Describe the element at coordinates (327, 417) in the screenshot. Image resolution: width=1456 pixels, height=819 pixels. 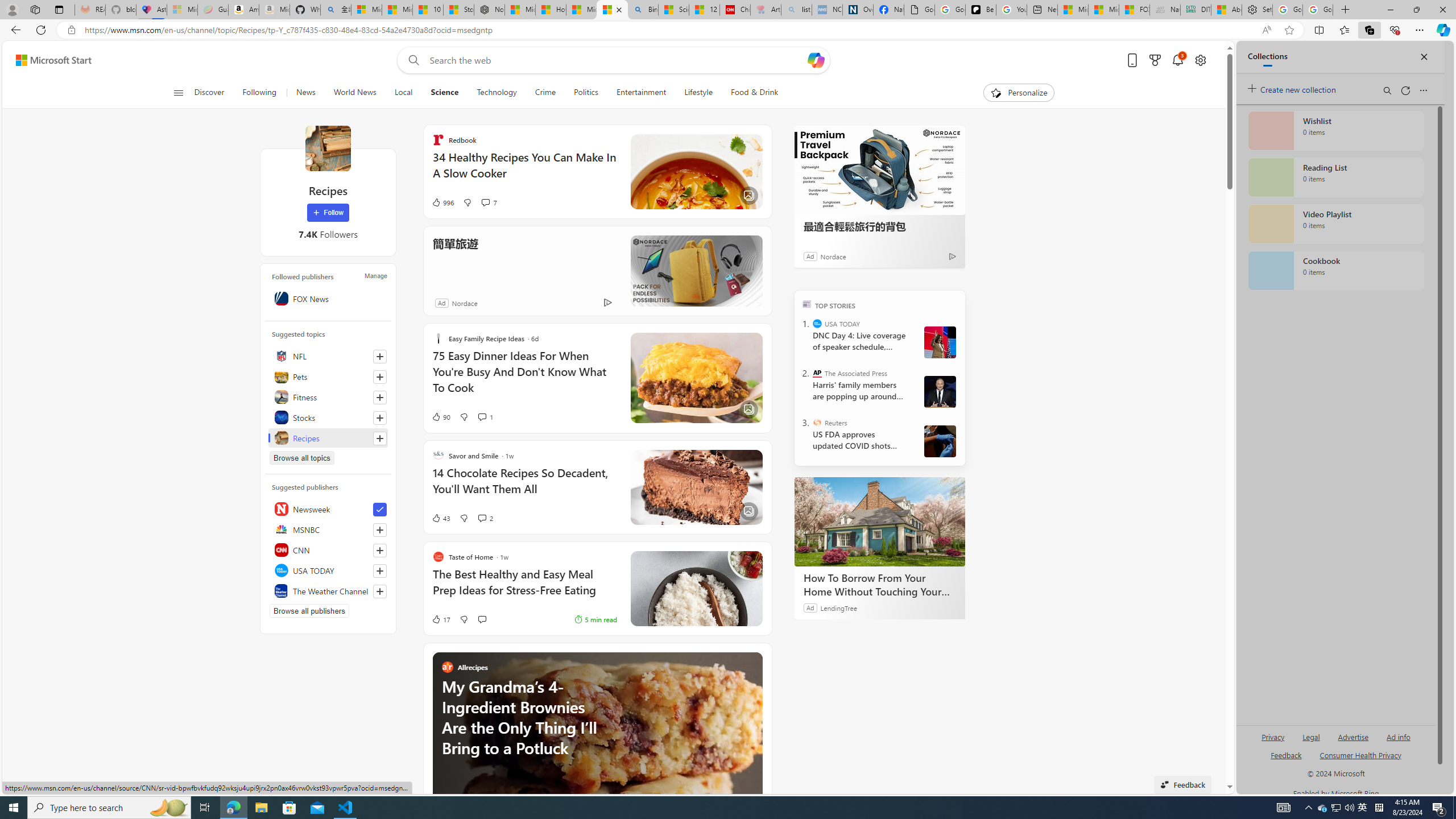
I see `'Stocks'` at that location.